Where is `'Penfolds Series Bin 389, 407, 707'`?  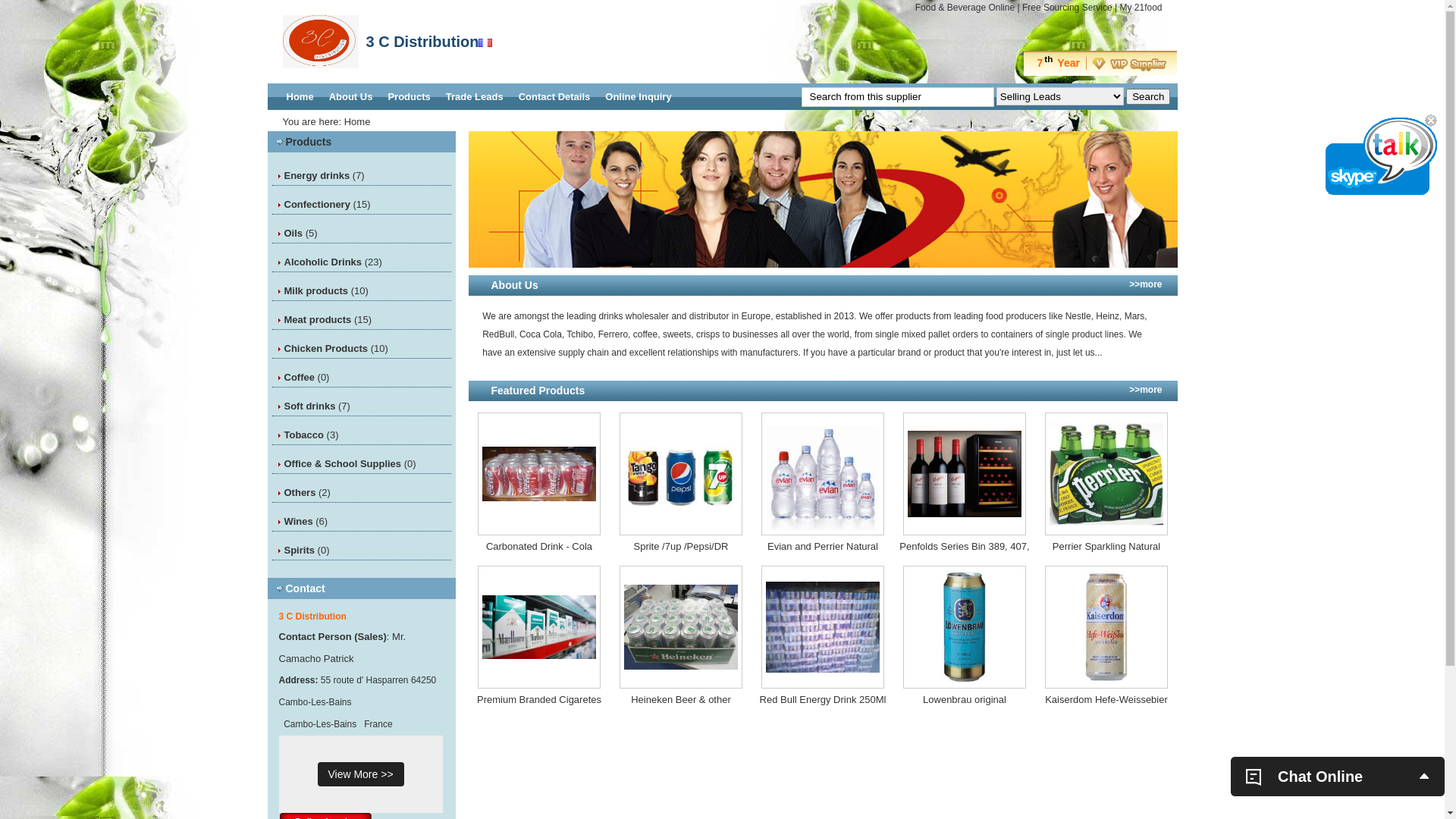 'Penfolds Series Bin 389, 407, 707' is located at coordinates (964, 547).